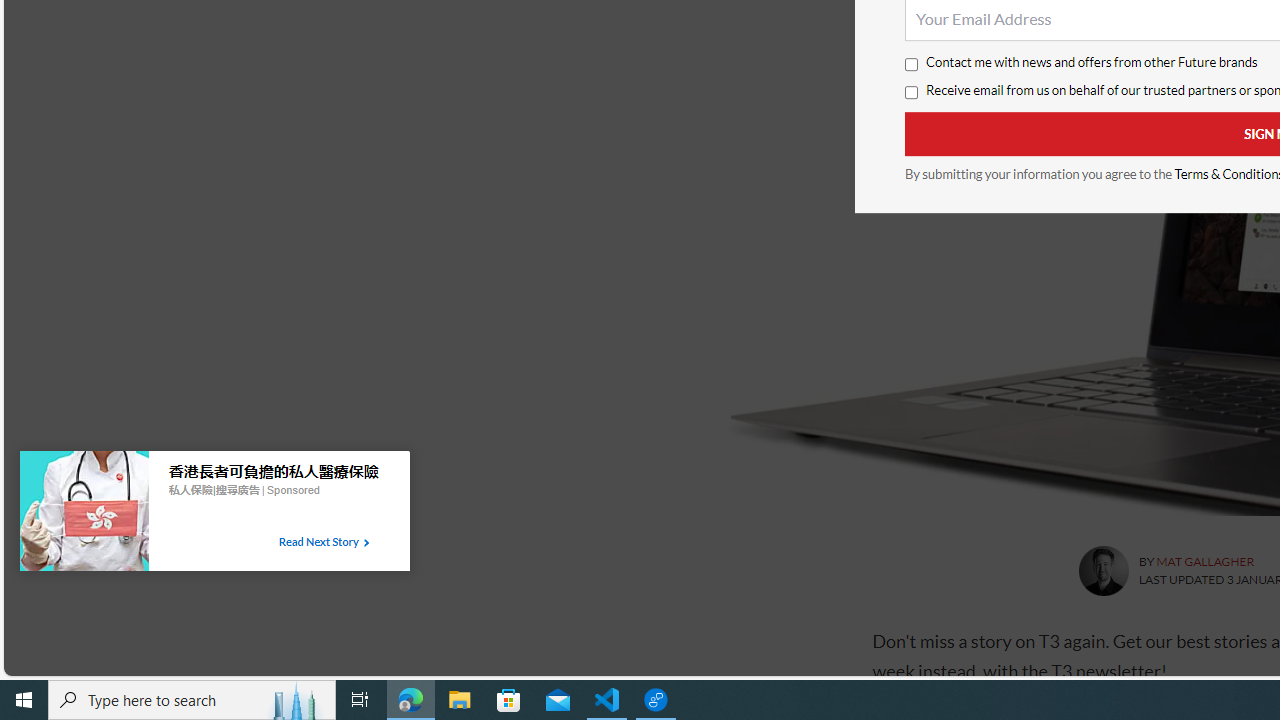 Image resolution: width=1280 pixels, height=720 pixels. Describe the element at coordinates (1204, 561) in the screenshot. I see `'MAT GALLAGHER'` at that location.